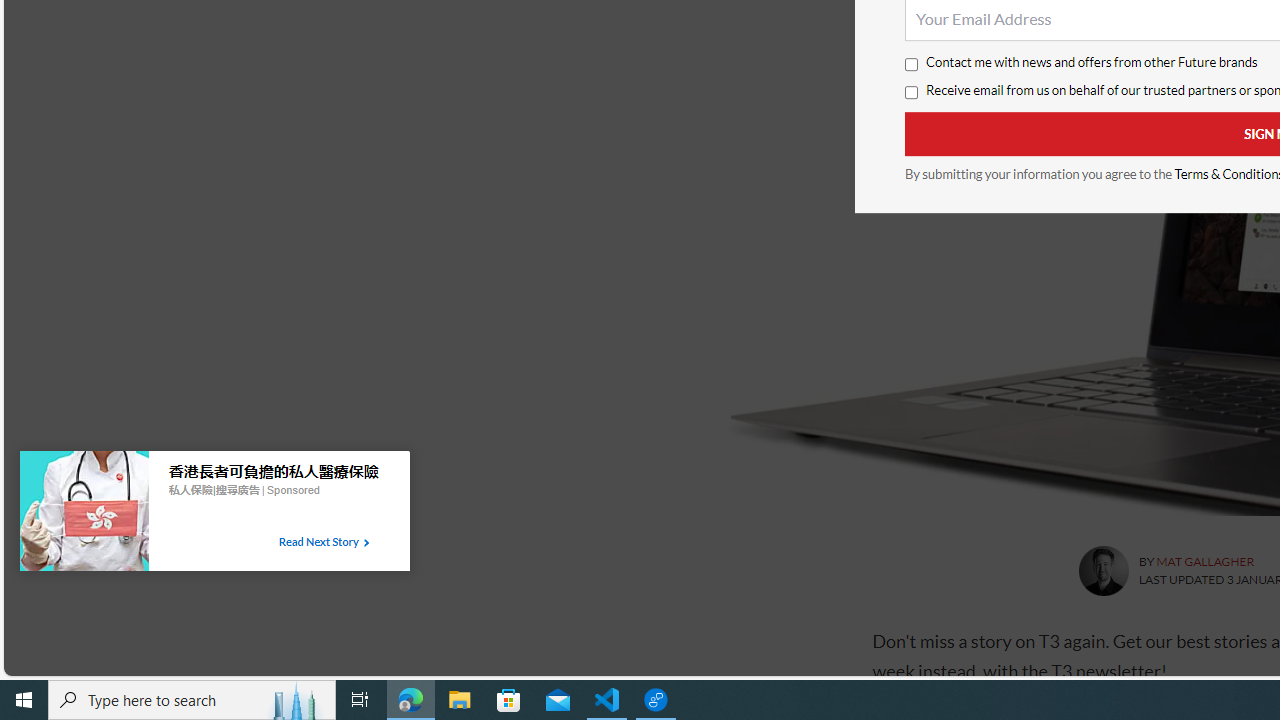 Image resolution: width=1280 pixels, height=720 pixels. Describe the element at coordinates (1204, 561) in the screenshot. I see `'MAT GALLAGHER'` at that location.